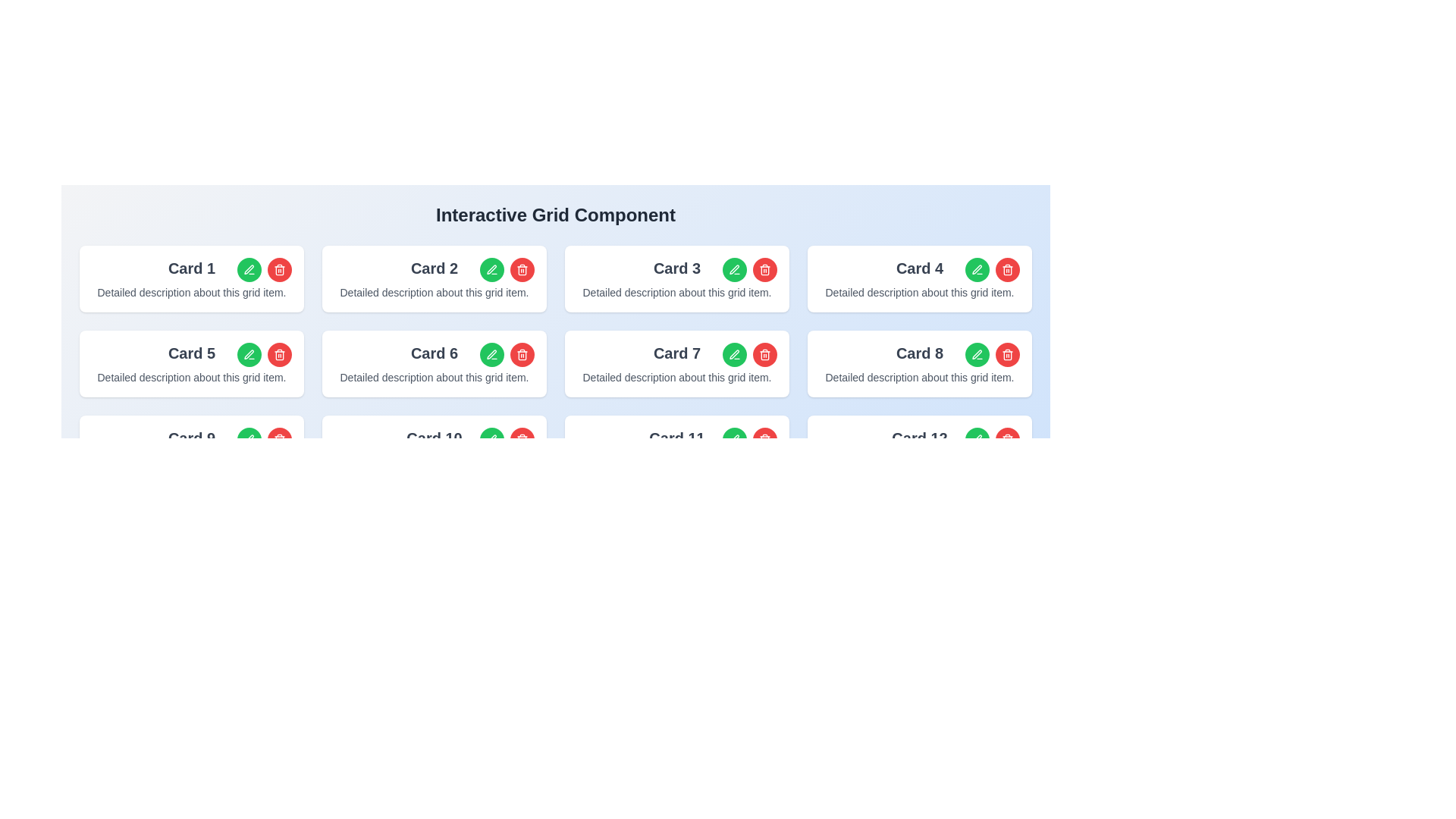  Describe the element at coordinates (249, 354) in the screenshot. I see `the Pen/Pencil icon located in the top-right portion of 'Card 5', which is slightly to the left of the trash icon` at that location.